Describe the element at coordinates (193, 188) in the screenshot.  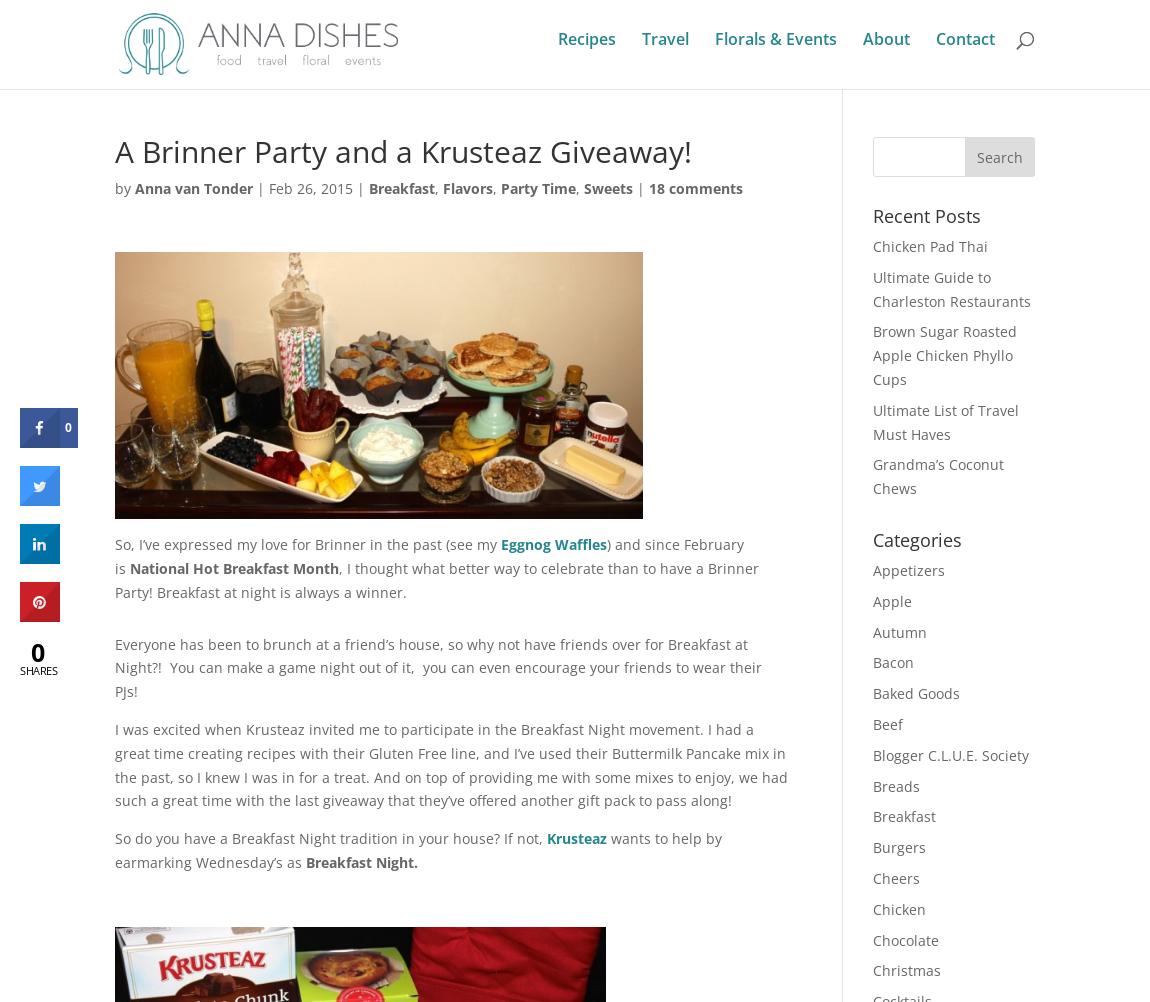
I see `'Anna van Tonder'` at that location.